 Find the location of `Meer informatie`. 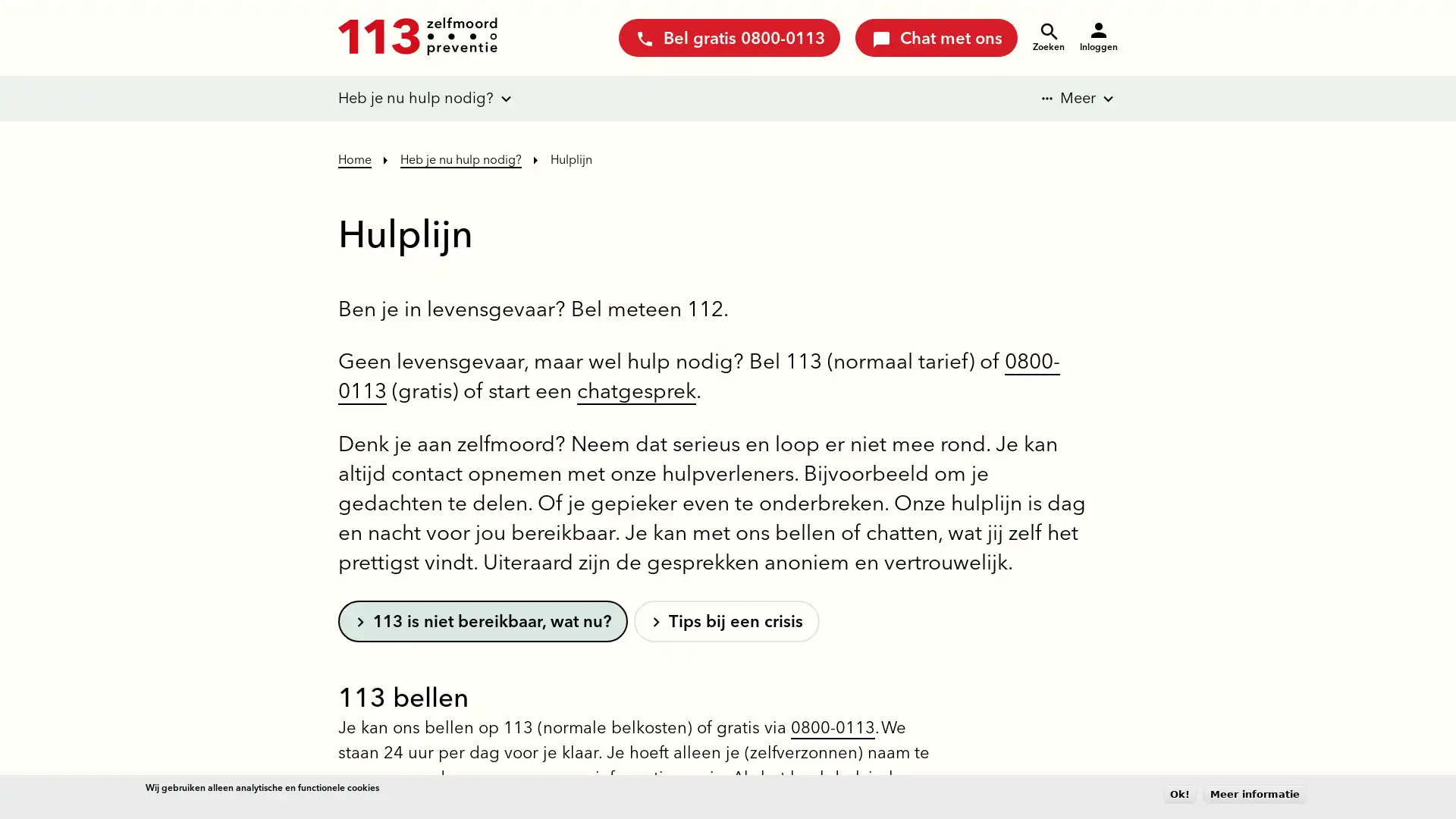

Meer informatie is located at coordinates (1255, 793).